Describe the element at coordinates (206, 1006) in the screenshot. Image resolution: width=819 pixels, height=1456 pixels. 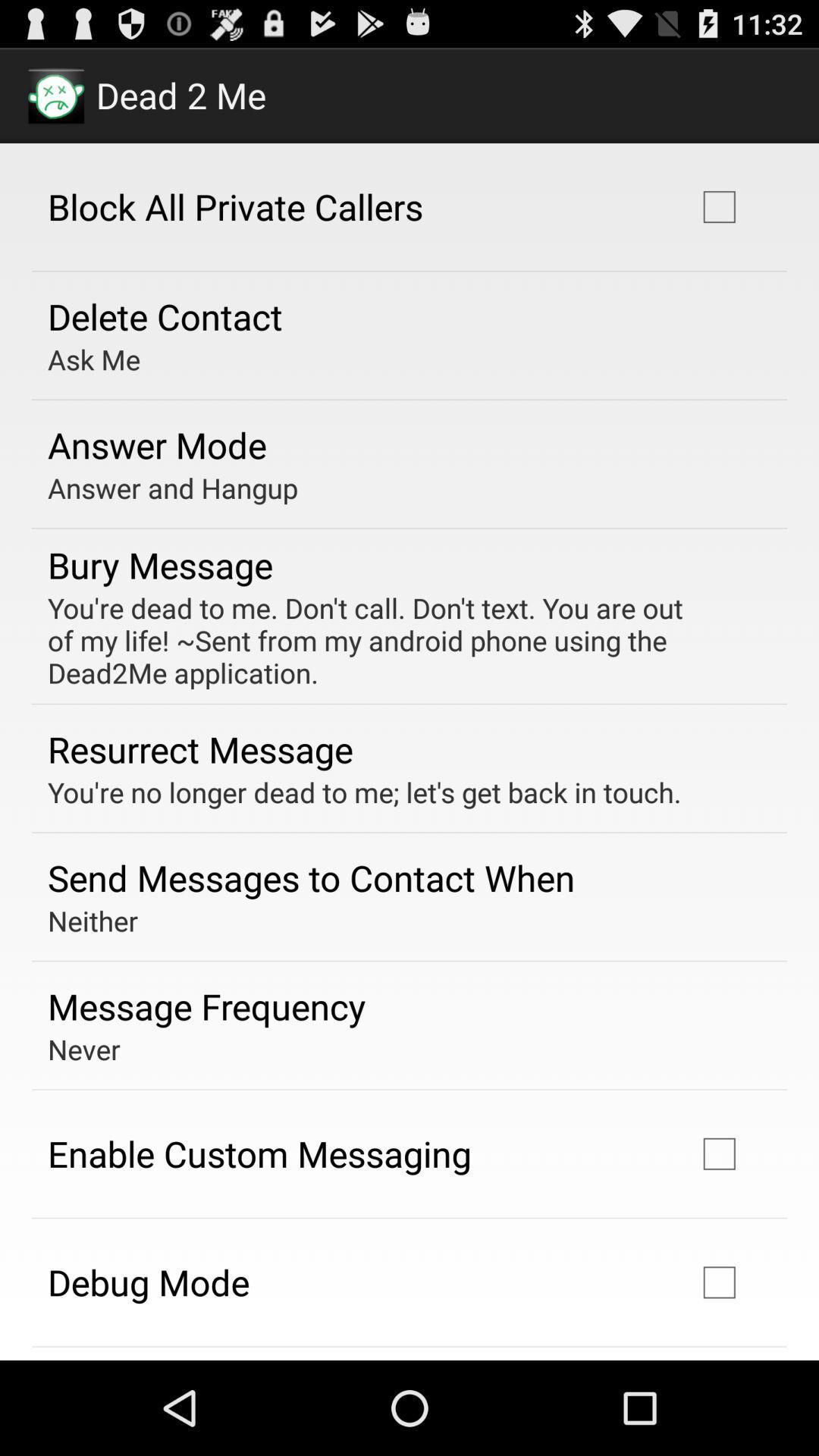
I see `the message frequency` at that location.